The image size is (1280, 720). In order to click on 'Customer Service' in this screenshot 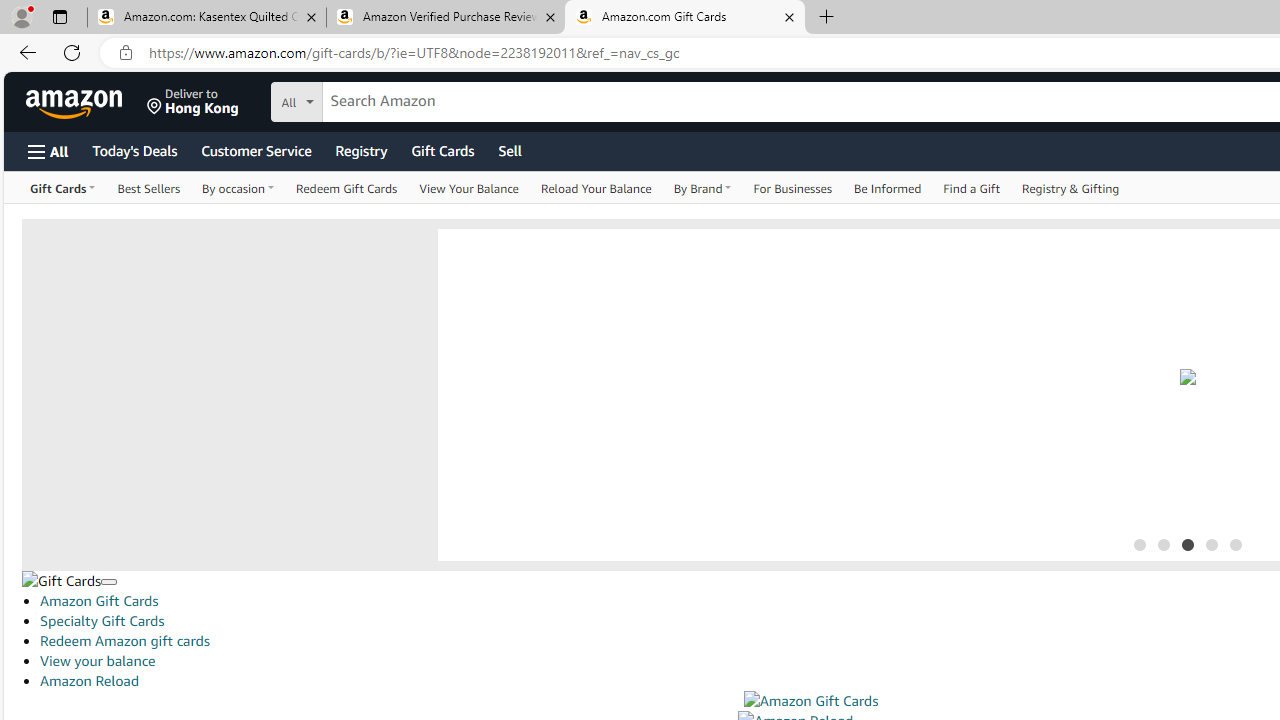, I will do `click(255, 149)`.